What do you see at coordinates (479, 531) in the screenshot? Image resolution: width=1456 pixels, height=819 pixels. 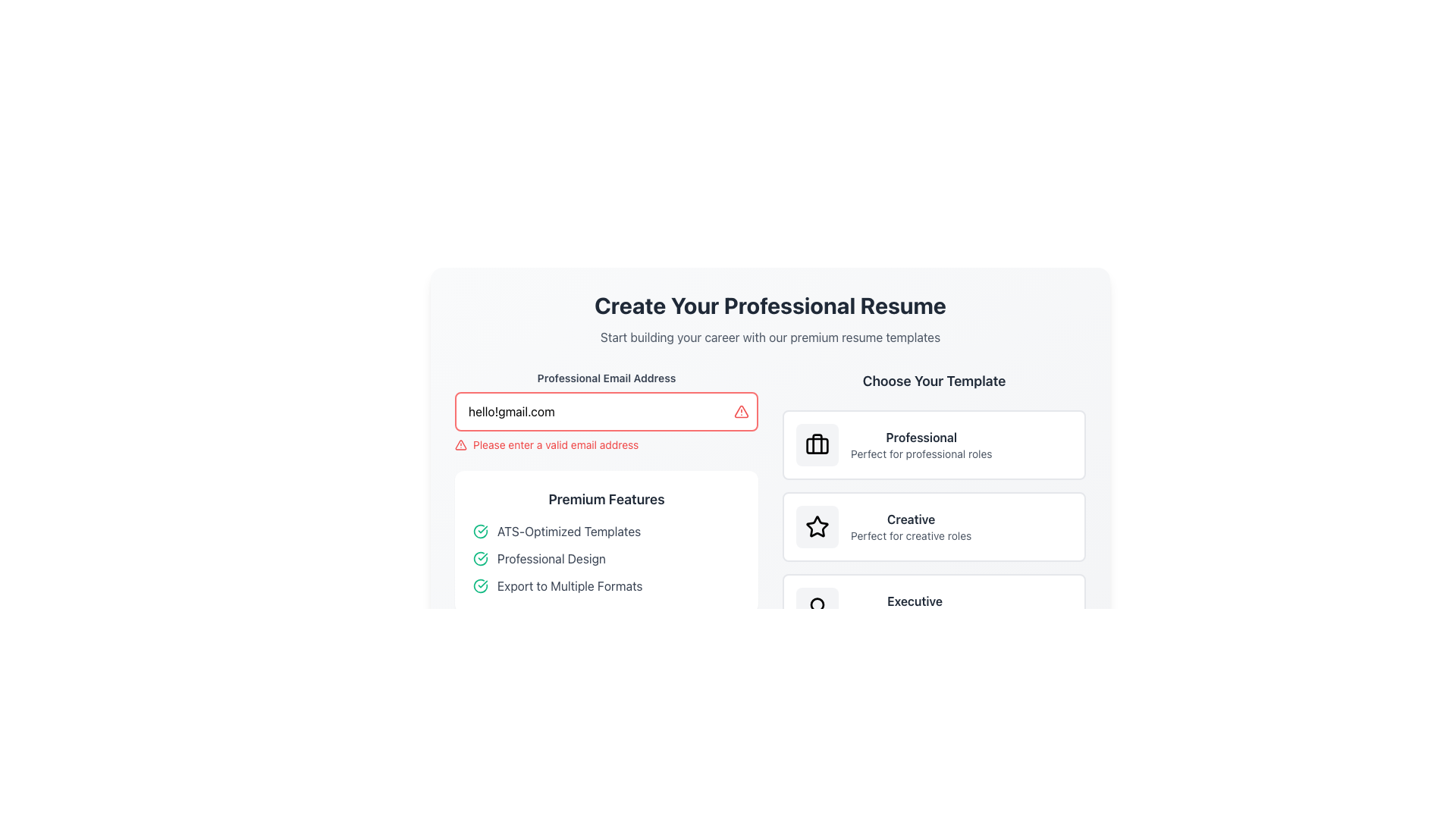 I see `the icon that indicates the 'ATS-Optimized Templates' feature, which is the first item in the list of premium features` at bounding box center [479, 531].